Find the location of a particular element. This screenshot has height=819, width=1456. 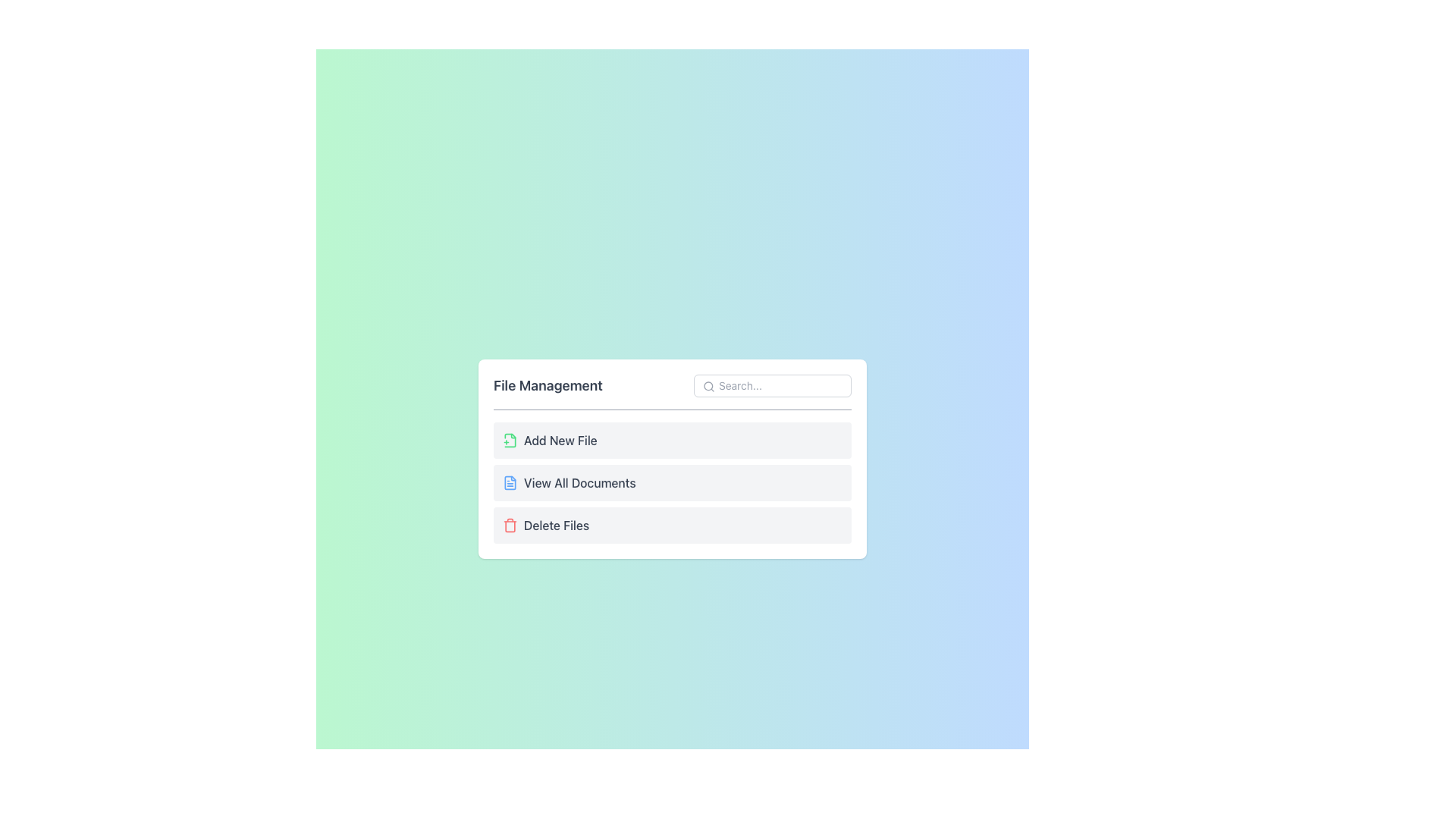

the blue file icon representing a document, located in the 'View All Documents' section, which is the second item in a vertical list of three options is located at coordinates (510, 482).